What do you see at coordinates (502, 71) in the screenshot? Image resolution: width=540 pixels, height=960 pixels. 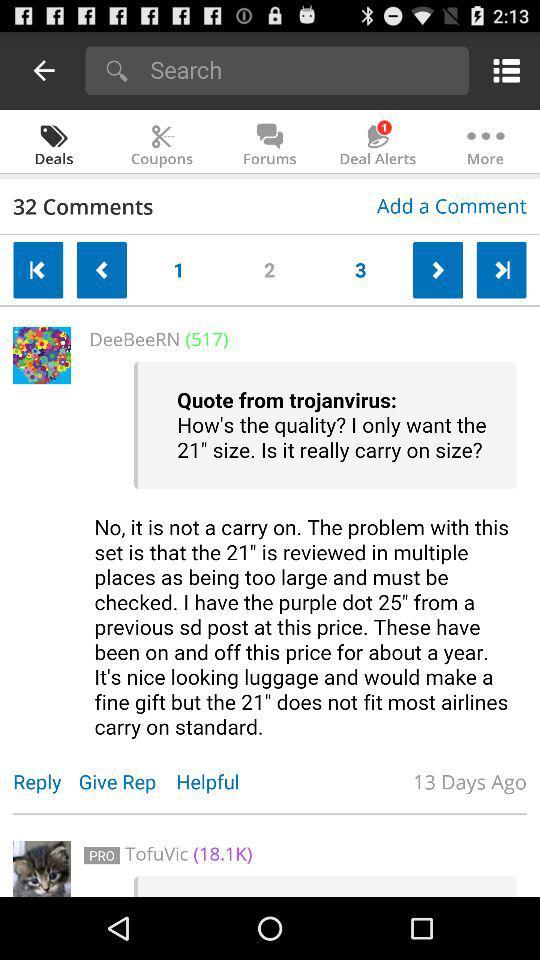 I see `a menu option on which is on the top right corner of the page` at bounding box center [502, 71].